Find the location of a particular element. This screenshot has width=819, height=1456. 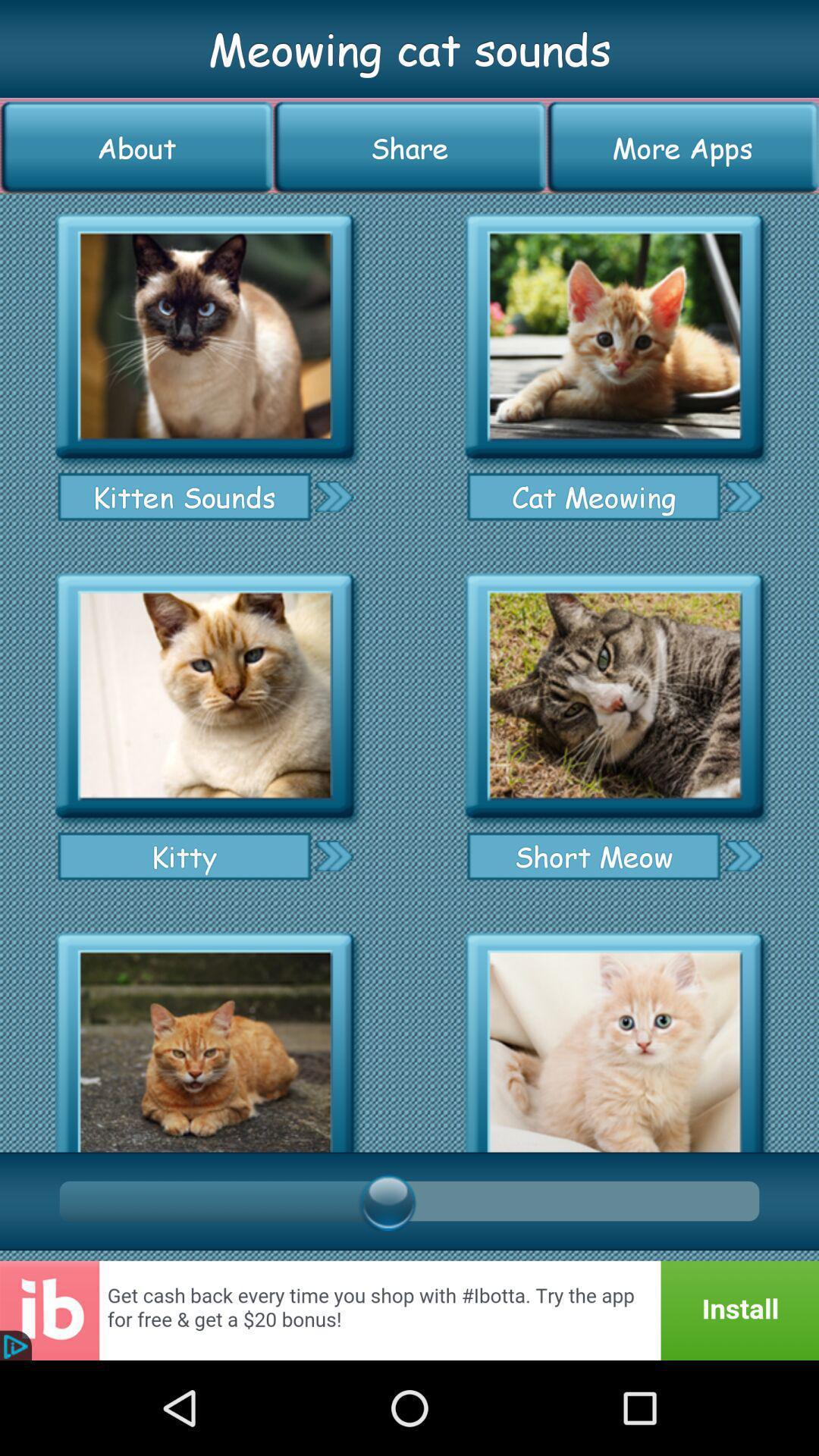

next cat meowing is located at coordinates (742, 496).